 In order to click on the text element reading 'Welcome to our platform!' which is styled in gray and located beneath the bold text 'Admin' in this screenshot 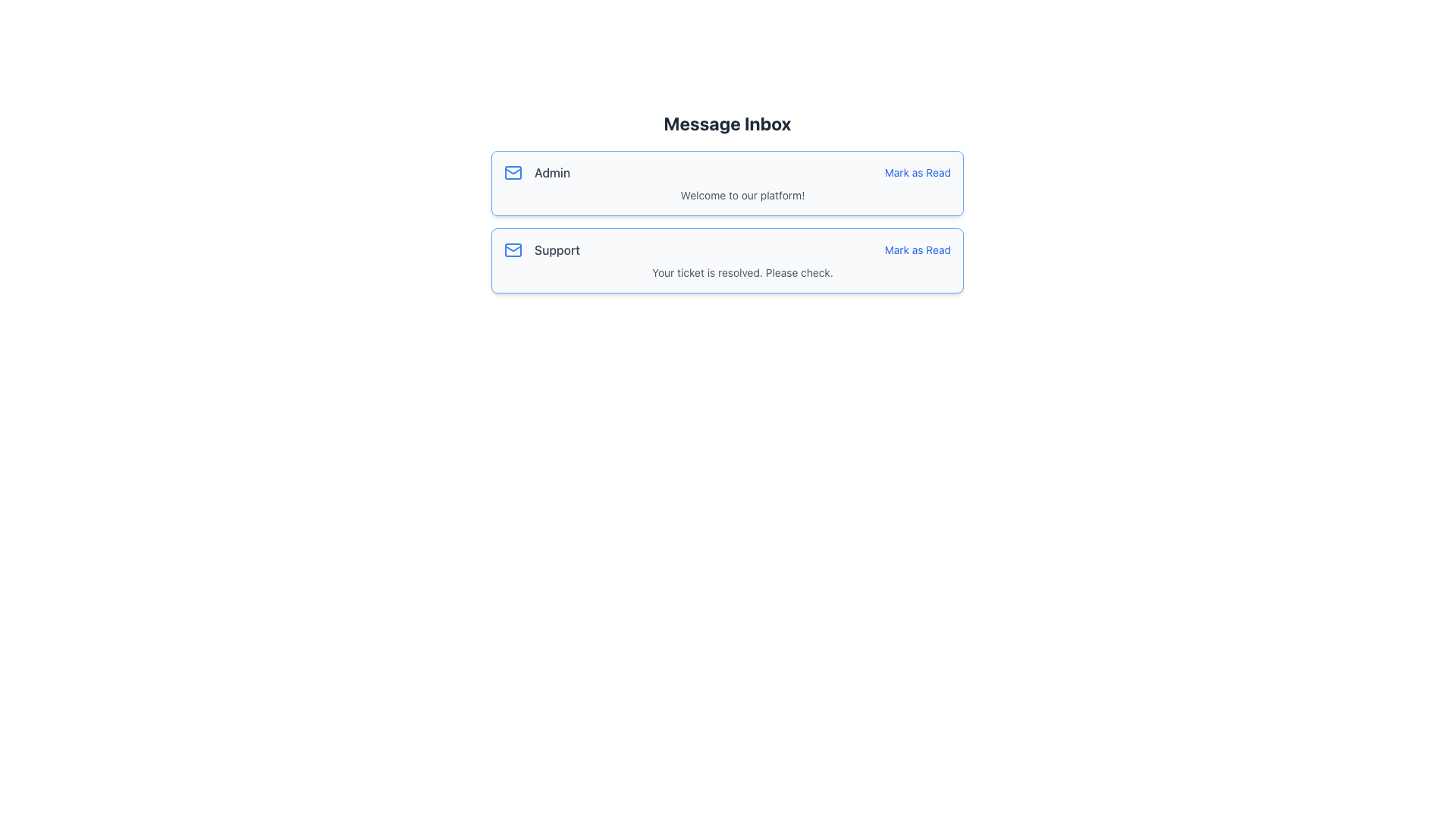, I will do `click(742, 195)`.